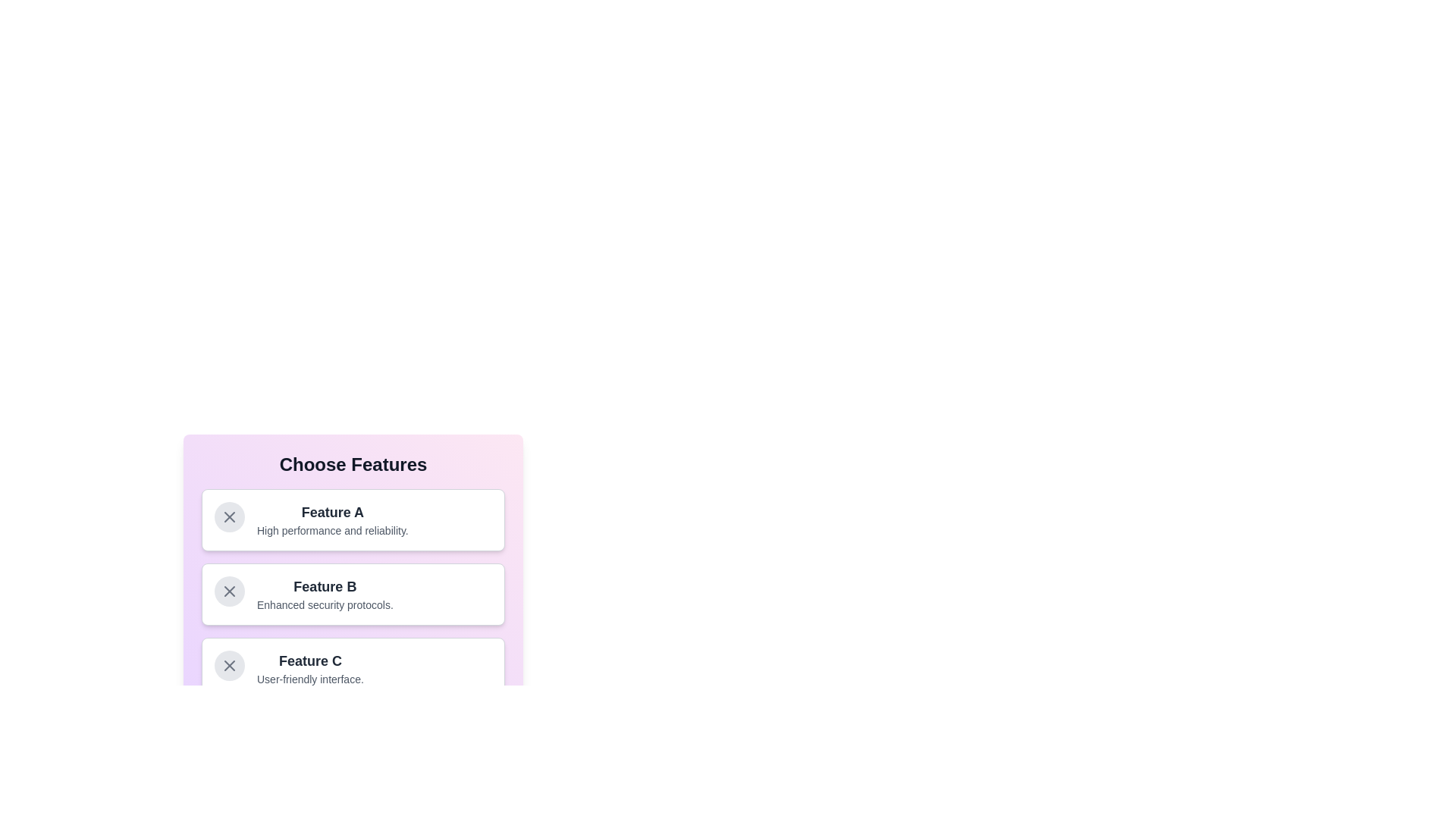 The height and width of the screenshot is (819, 1456). What do you see at coordinates (324, 586) in the screenshot?
I see `the text label that reads 'Feature B', which is prominently displayed in bold font style, located in the second row of a stacked card arrangement under the title 'Choose Features'` at bounding box center [324, 586].